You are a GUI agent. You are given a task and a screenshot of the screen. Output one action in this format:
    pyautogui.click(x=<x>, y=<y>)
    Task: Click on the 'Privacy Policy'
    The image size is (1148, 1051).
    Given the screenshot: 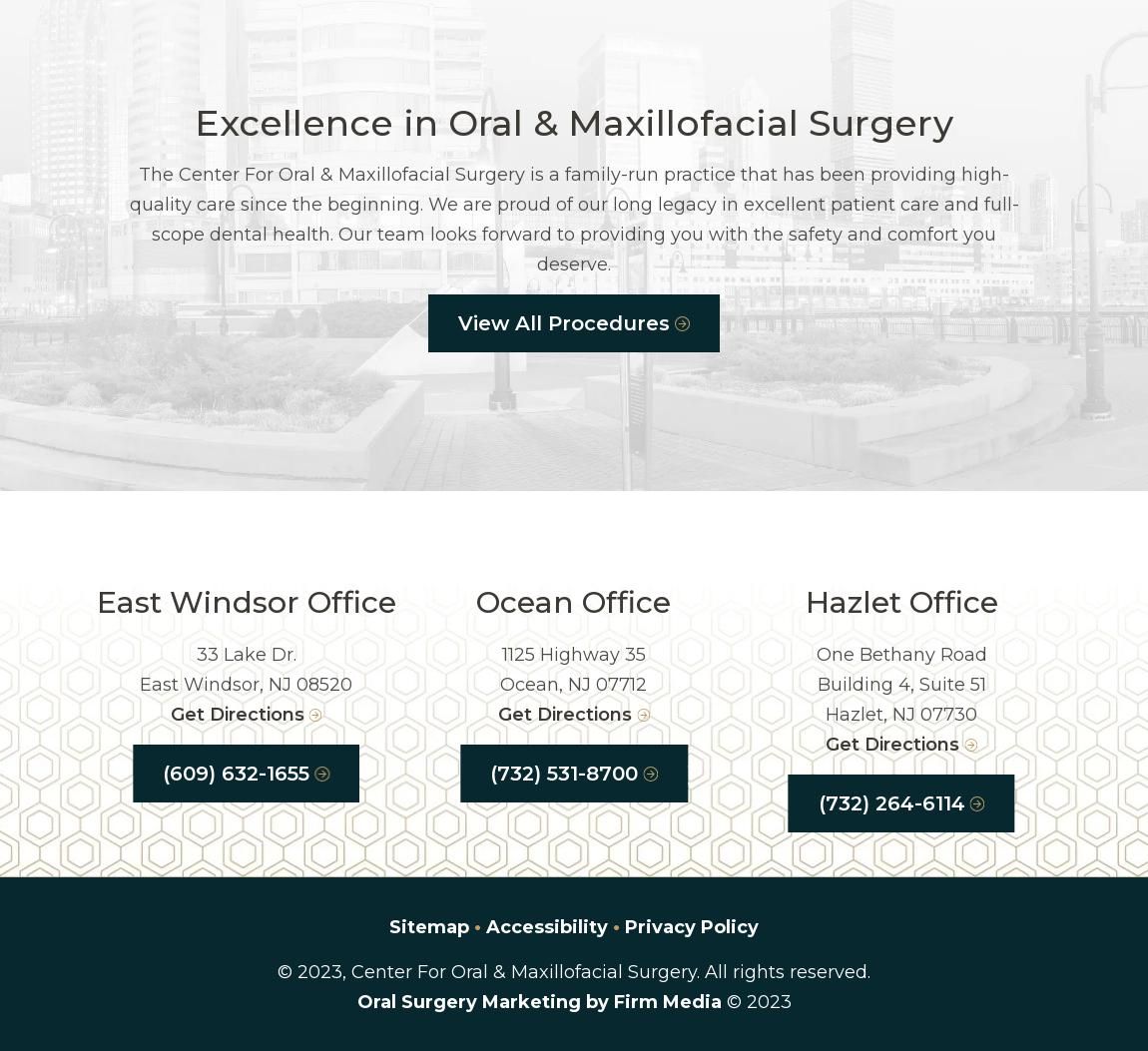 What is the action you would take?
    pyautogui.click(x=690, y=925)
    